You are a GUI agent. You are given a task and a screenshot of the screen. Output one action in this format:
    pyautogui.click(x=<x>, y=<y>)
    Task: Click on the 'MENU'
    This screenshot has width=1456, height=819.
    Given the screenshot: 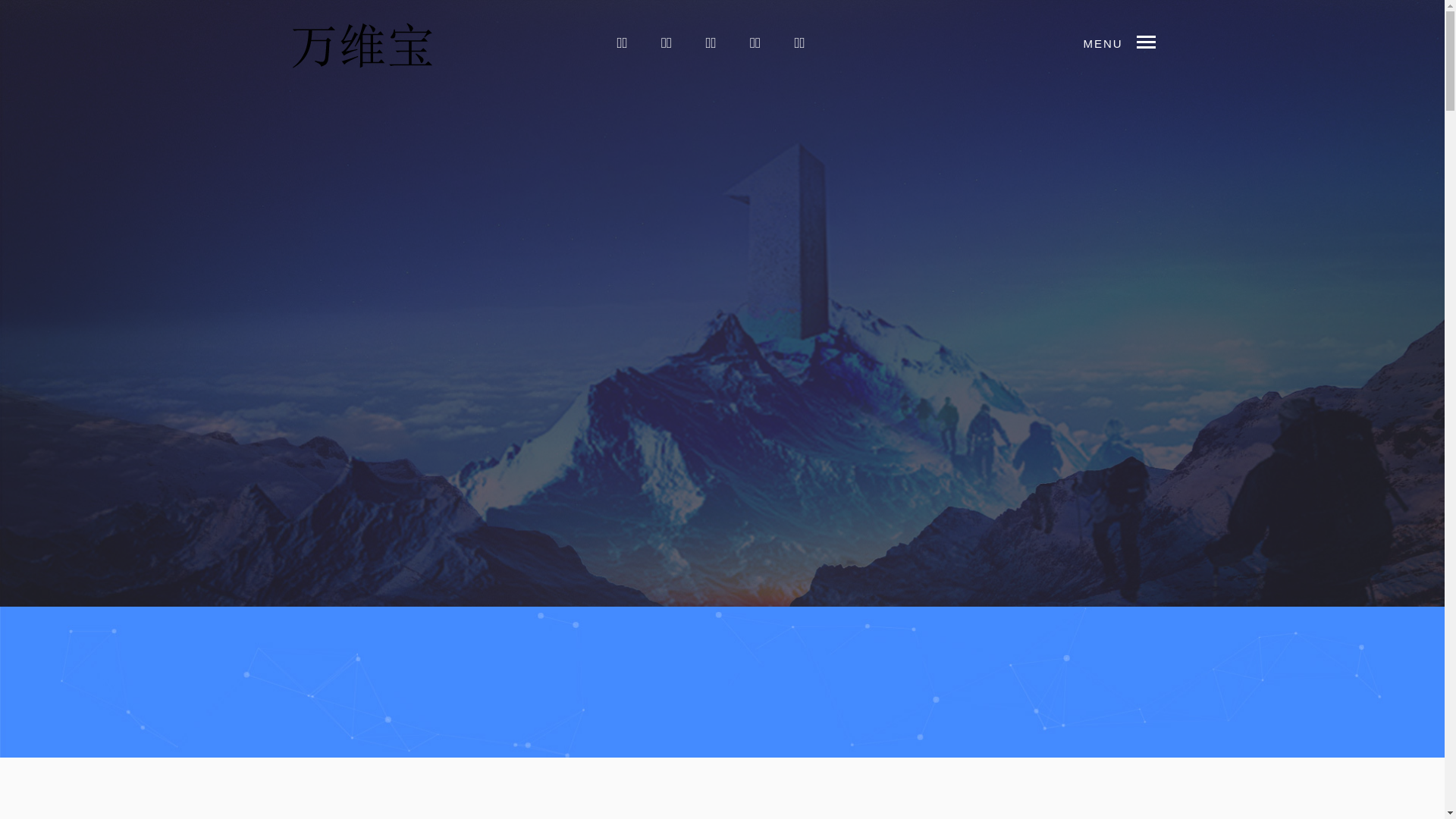 What is the action you would take?
    pyautogui.click(x=1153, y=40)
    